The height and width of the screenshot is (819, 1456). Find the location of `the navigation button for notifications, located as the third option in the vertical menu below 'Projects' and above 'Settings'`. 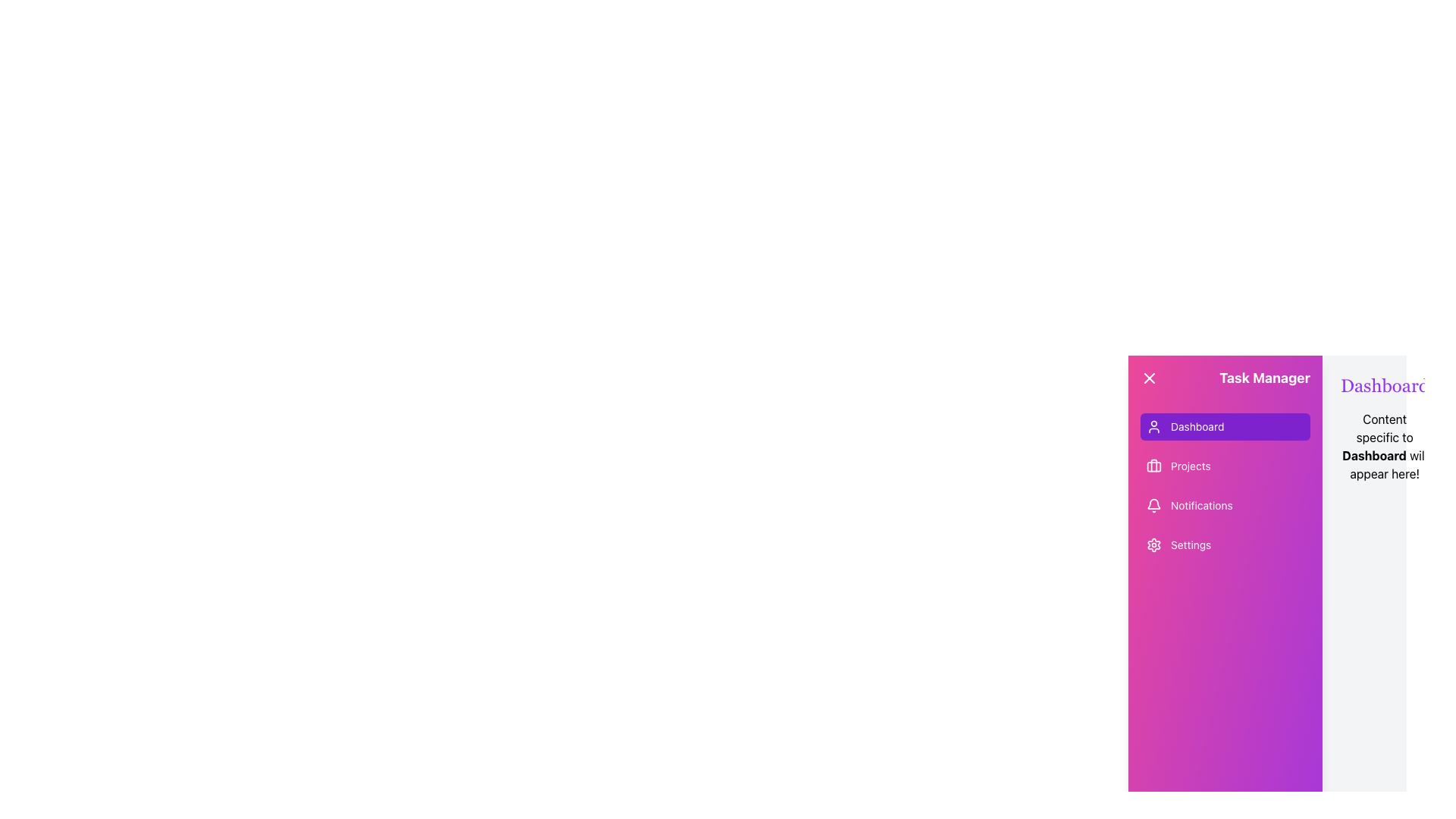

the navigation button for notifications, located as the third option in the vertical menu below 'Projects' and above 'Settings' is located at coordinates (1225, 506).